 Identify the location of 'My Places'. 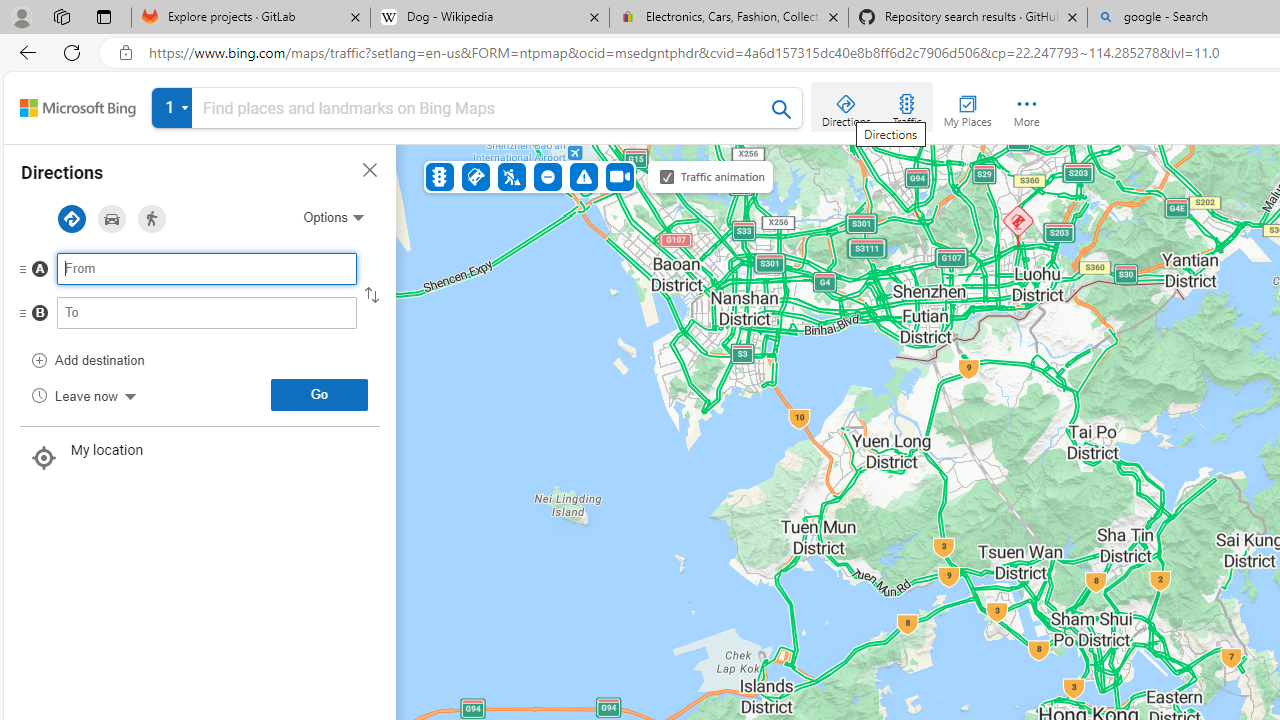
(967, 106).